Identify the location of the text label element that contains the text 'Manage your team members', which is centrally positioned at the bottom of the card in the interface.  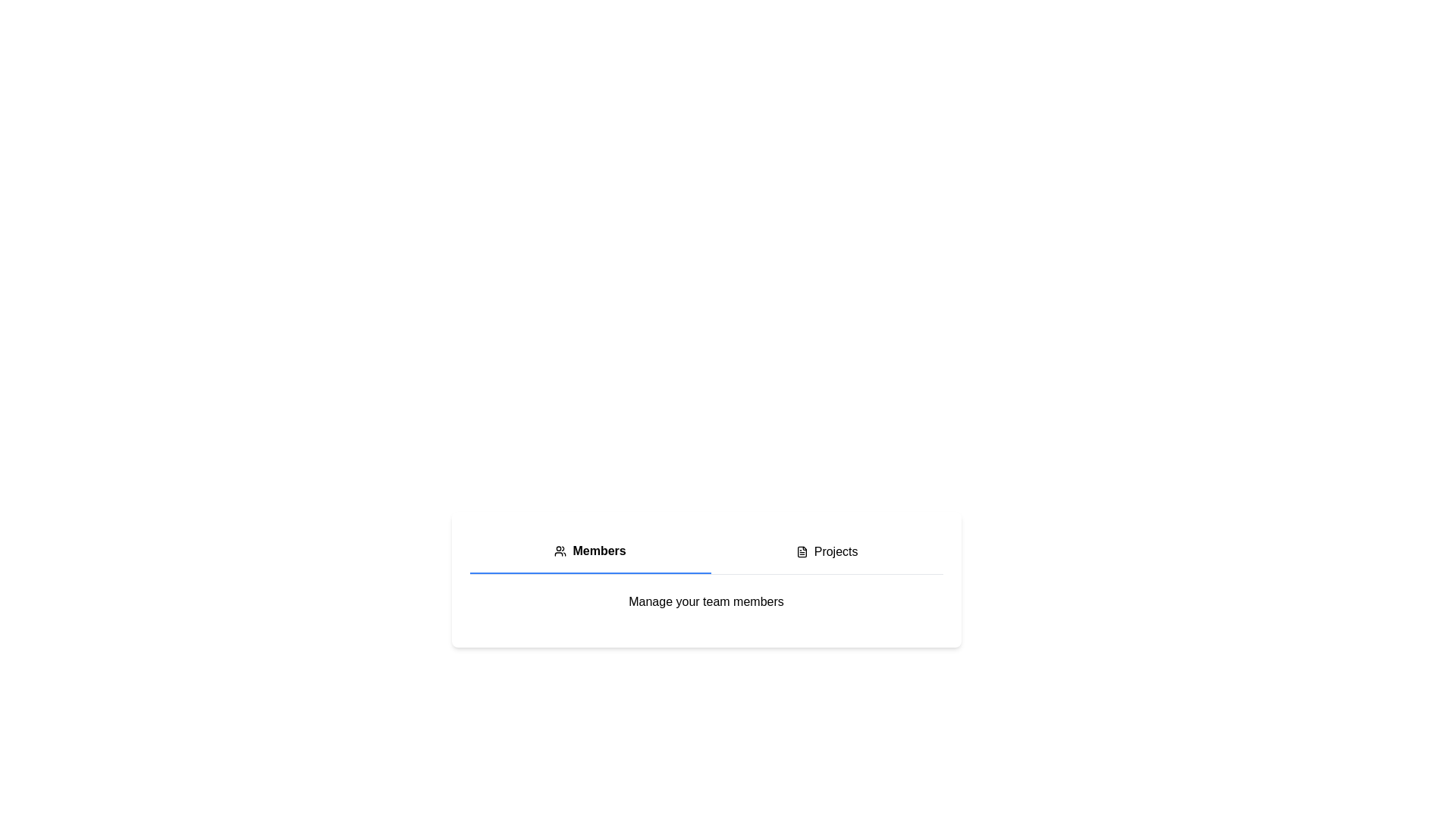
(705, 601).